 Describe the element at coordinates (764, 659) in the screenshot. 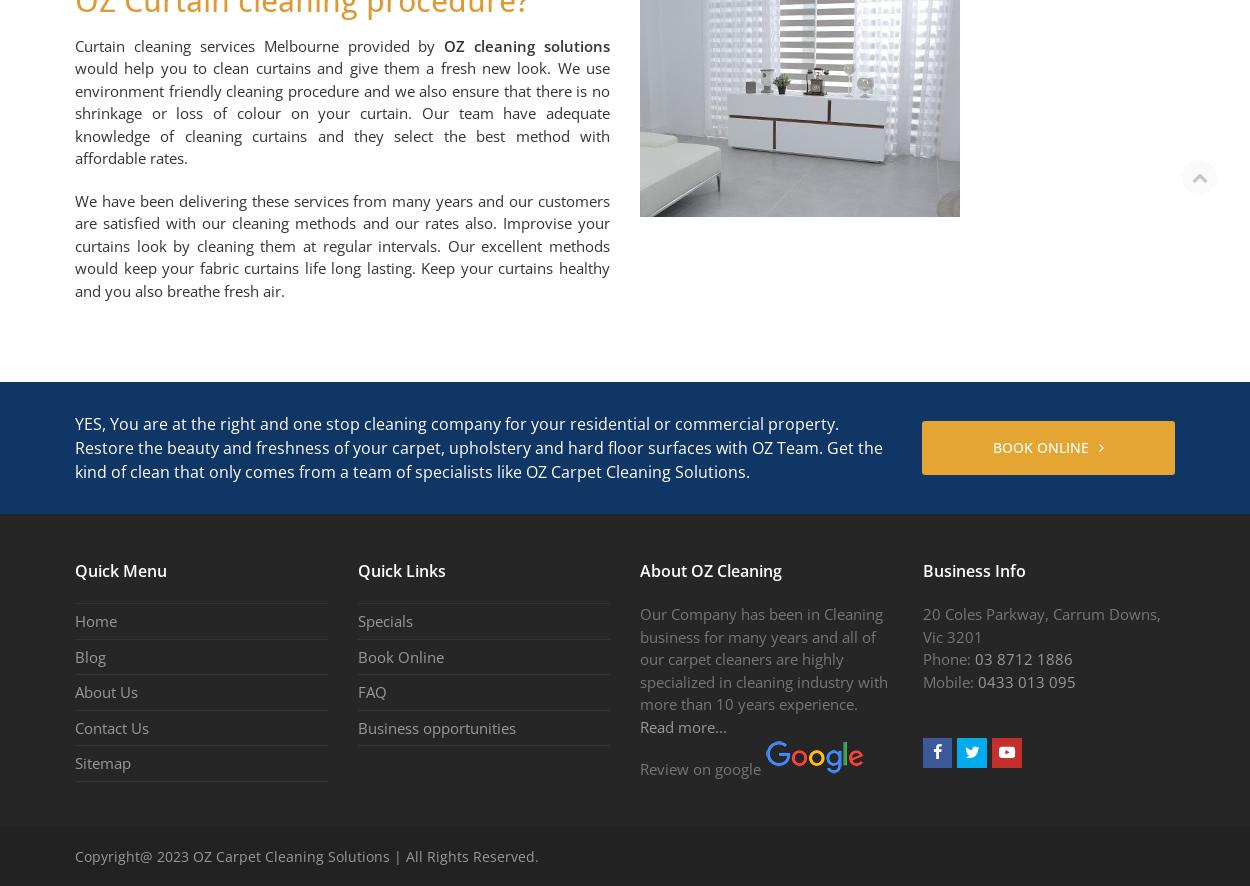

I see `'Our Company has been in Cleaning business for many years and all of our carpet cleaners are highly specialized in cleaning industry with more than 10 years experience.'` at that location.